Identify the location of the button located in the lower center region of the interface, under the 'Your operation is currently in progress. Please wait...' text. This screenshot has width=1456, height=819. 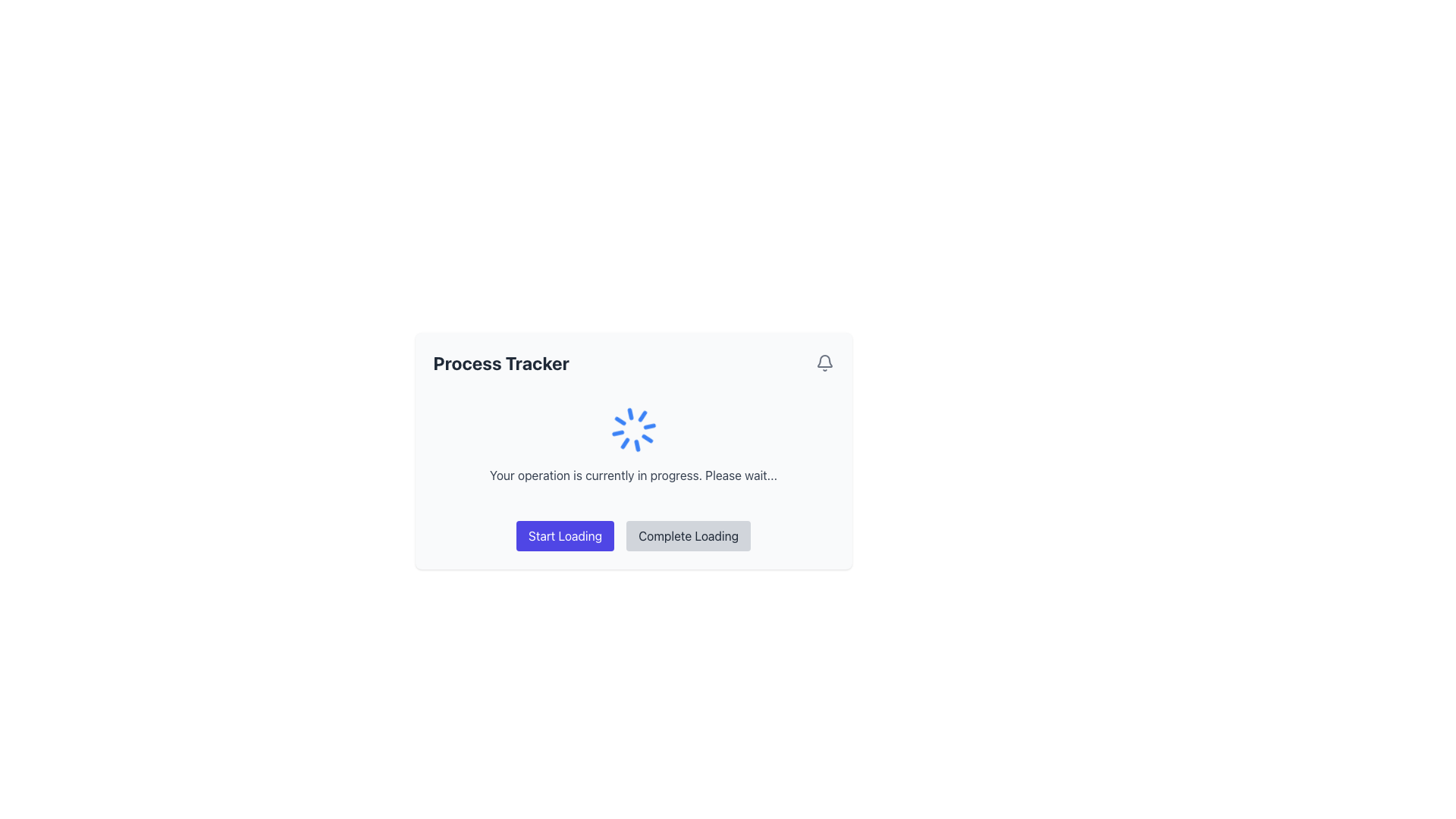
(564, 535).